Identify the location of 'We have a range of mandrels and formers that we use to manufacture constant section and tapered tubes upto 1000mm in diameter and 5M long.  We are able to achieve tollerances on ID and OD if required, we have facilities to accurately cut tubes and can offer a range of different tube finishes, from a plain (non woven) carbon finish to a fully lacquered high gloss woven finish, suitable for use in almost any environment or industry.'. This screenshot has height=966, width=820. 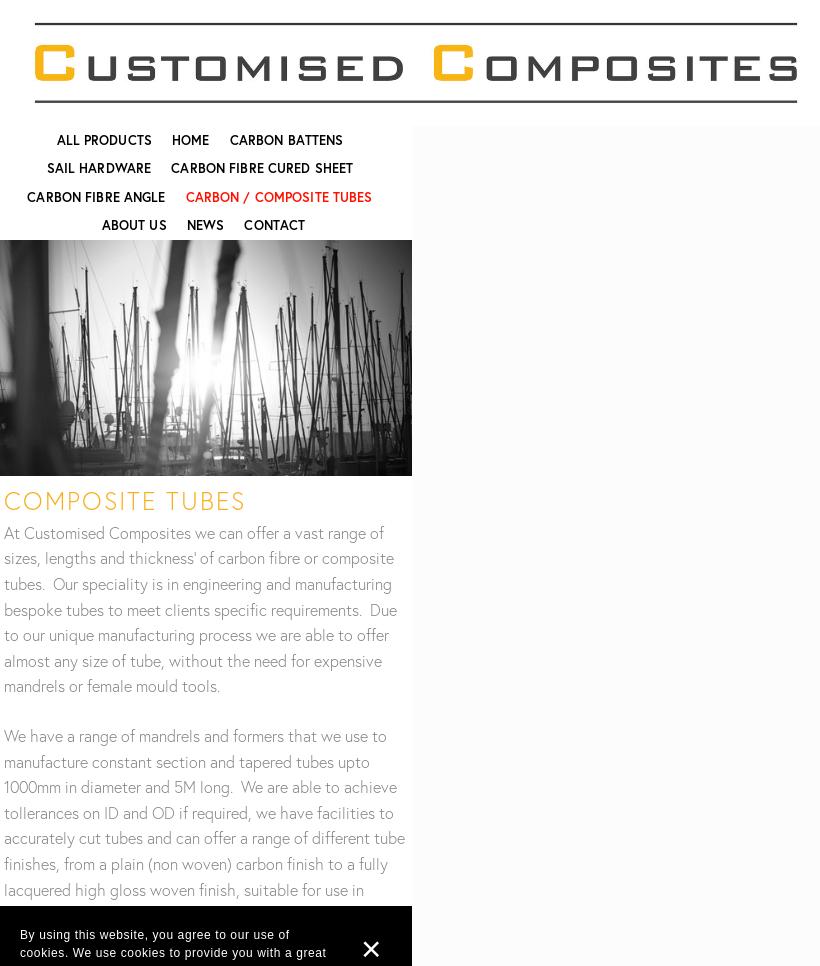
(205, 824).